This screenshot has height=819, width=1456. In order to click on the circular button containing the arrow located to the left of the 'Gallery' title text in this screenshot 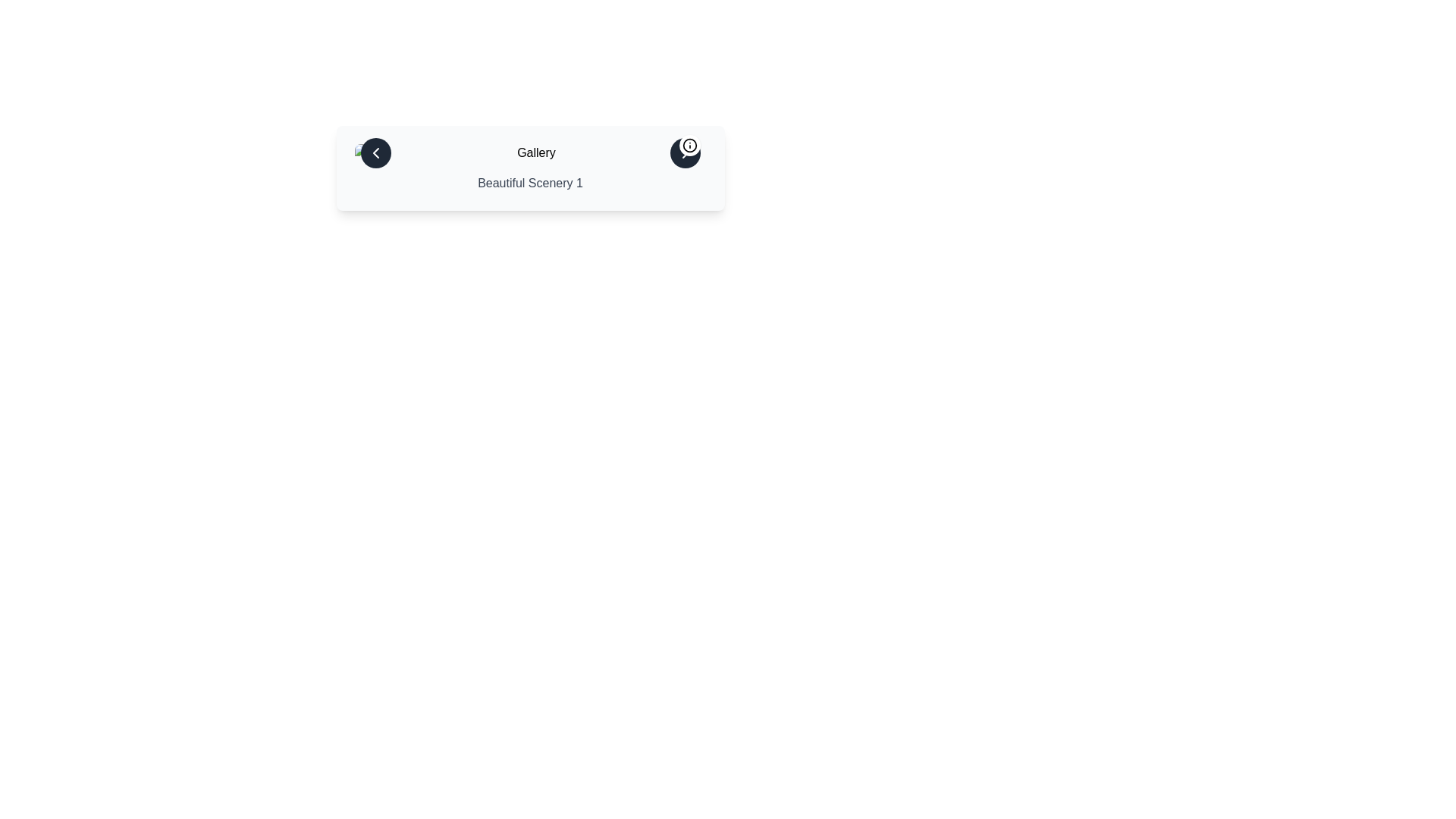, I will do `click(375, 152)`.